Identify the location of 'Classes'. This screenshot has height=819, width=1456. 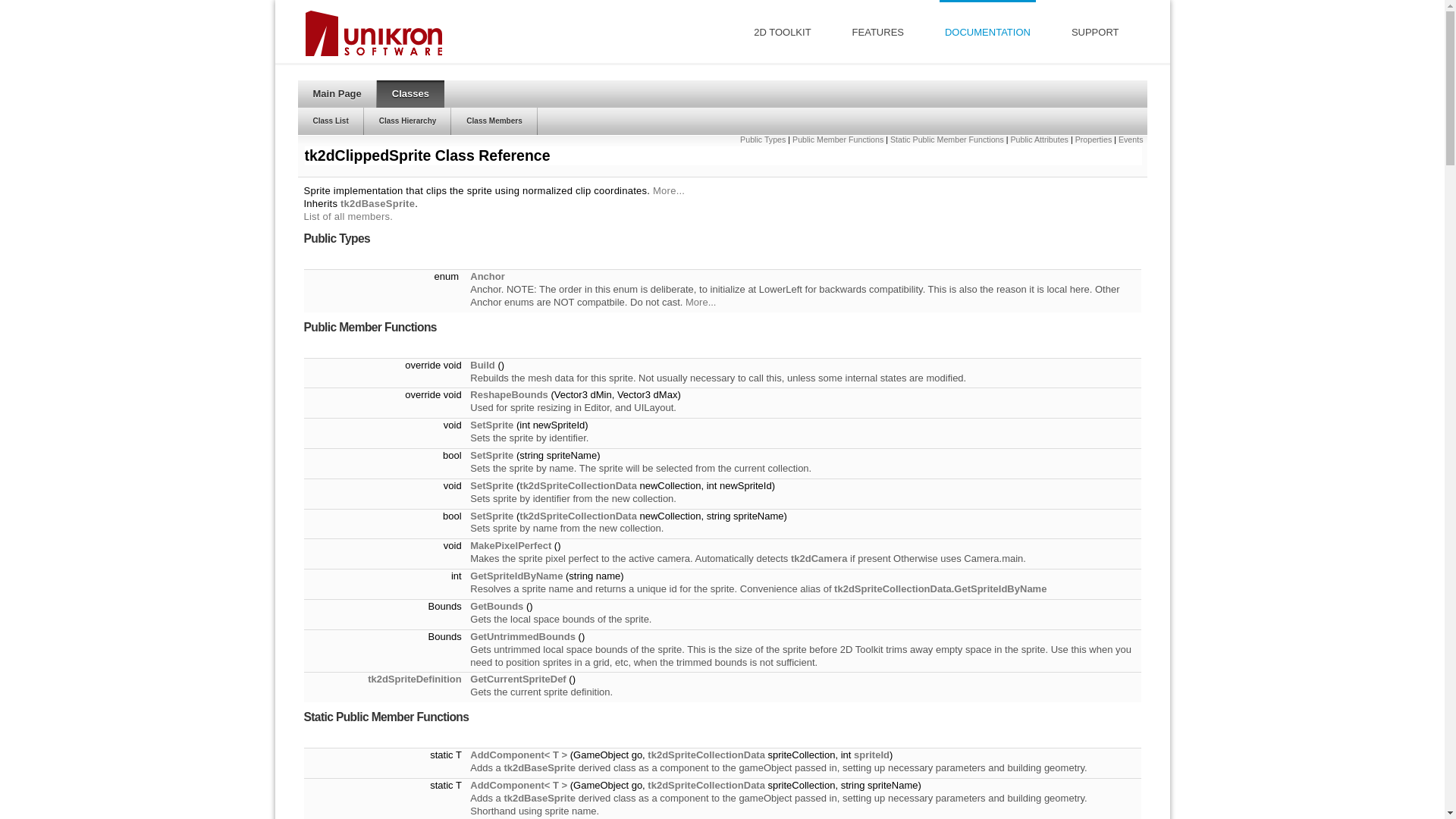
(410, 93).